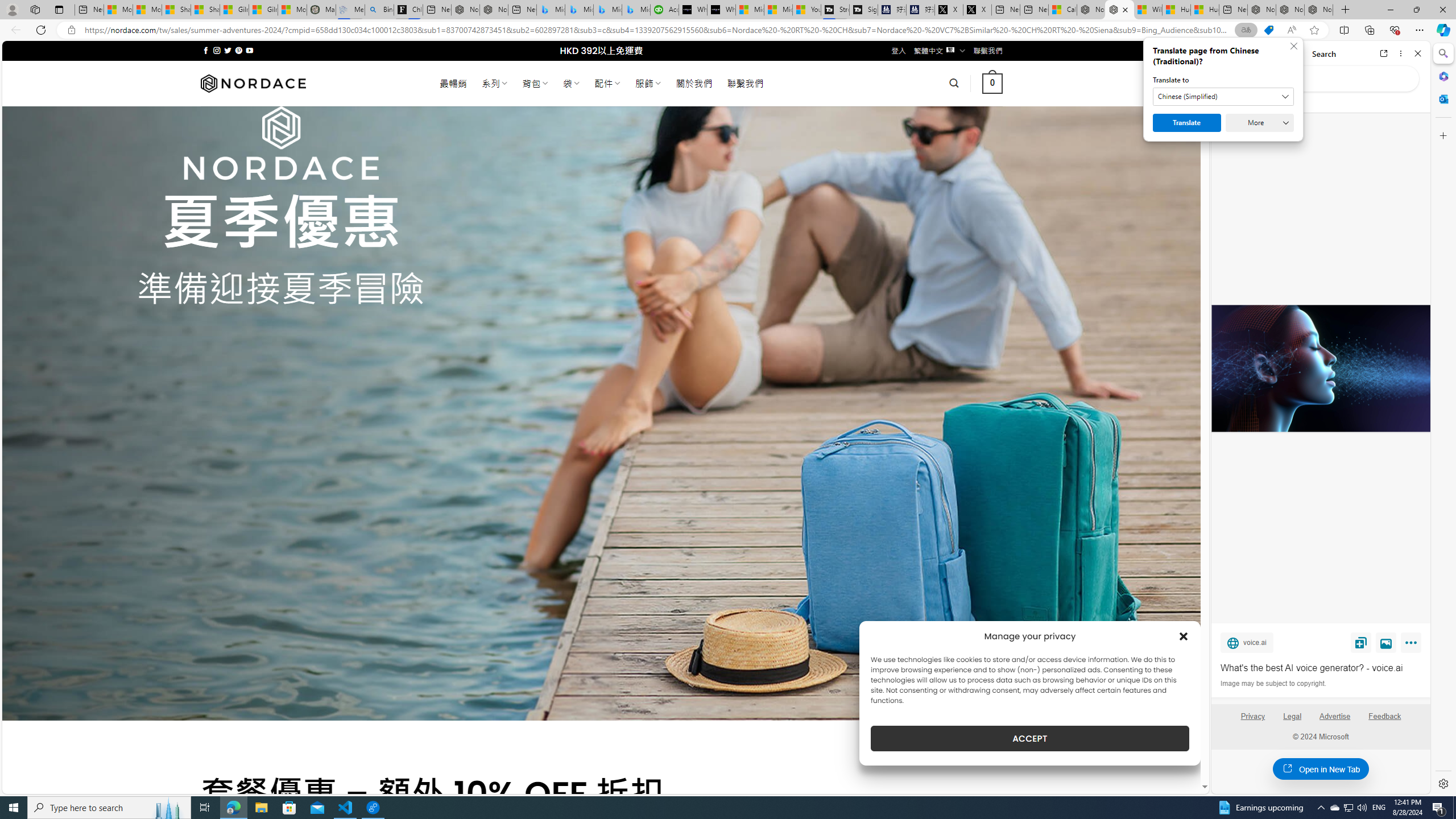 The width and height of the screenshot is (1456, 819). What do you see at coordinates (227, 50) in the screenshot?
I see `'Follow on Twitter'` at bounding box center [227, 50].